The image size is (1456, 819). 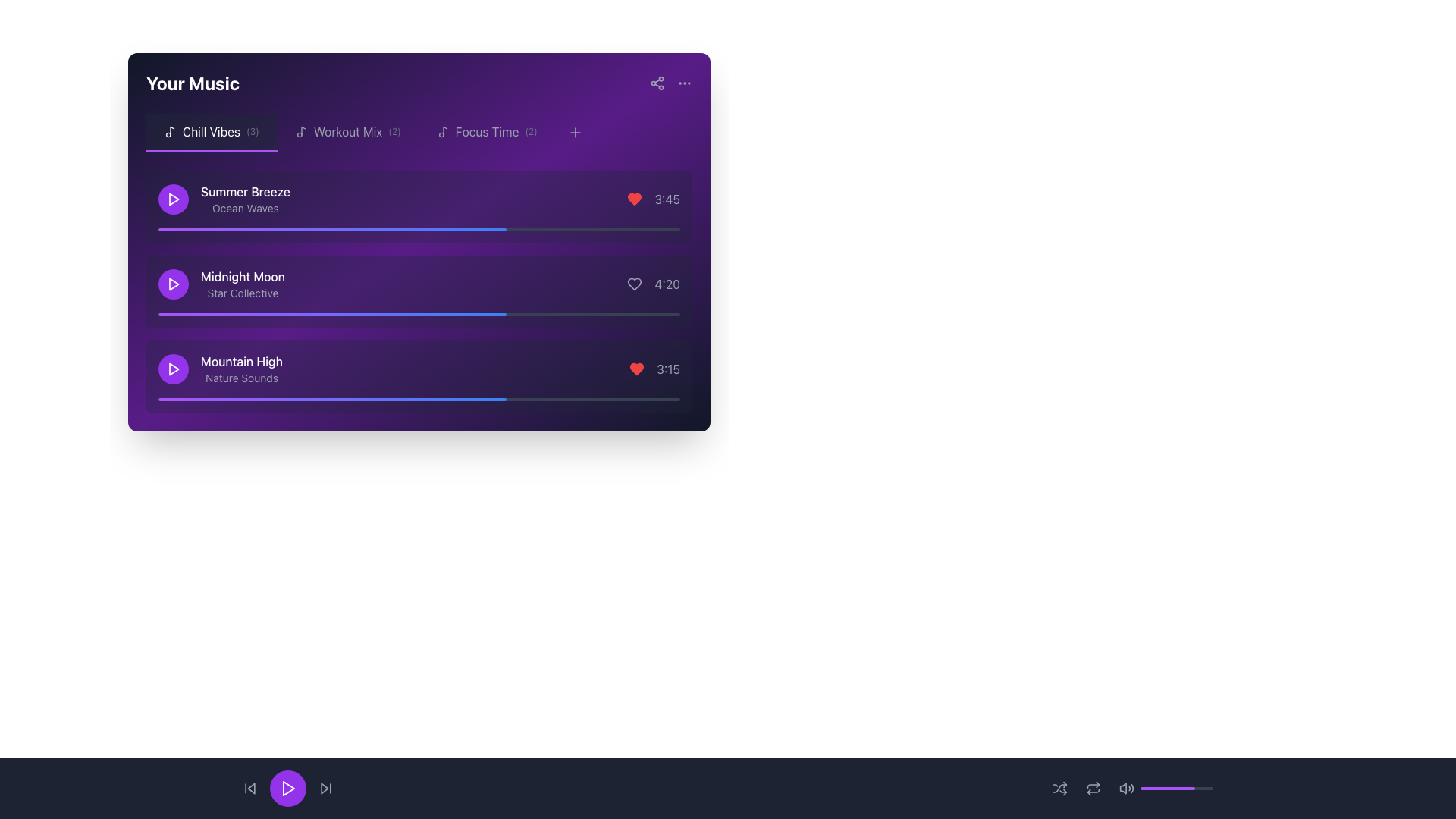 I want to click on the share icon located at the top right of the 'Your Music' purple panel to initiate the share action, so click(x=657, y=83).